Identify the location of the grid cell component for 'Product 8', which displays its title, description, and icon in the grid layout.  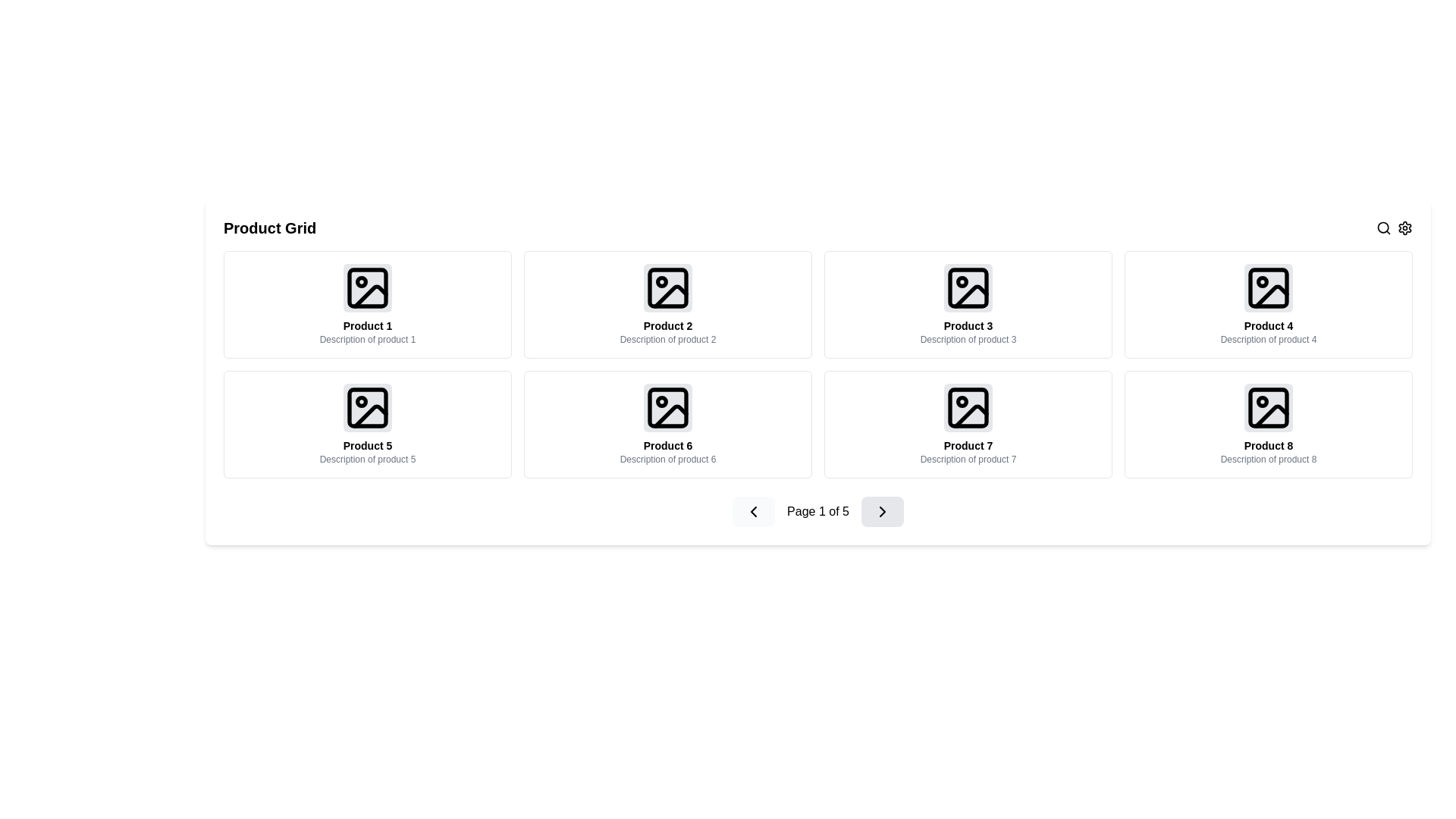
(1269, 424).